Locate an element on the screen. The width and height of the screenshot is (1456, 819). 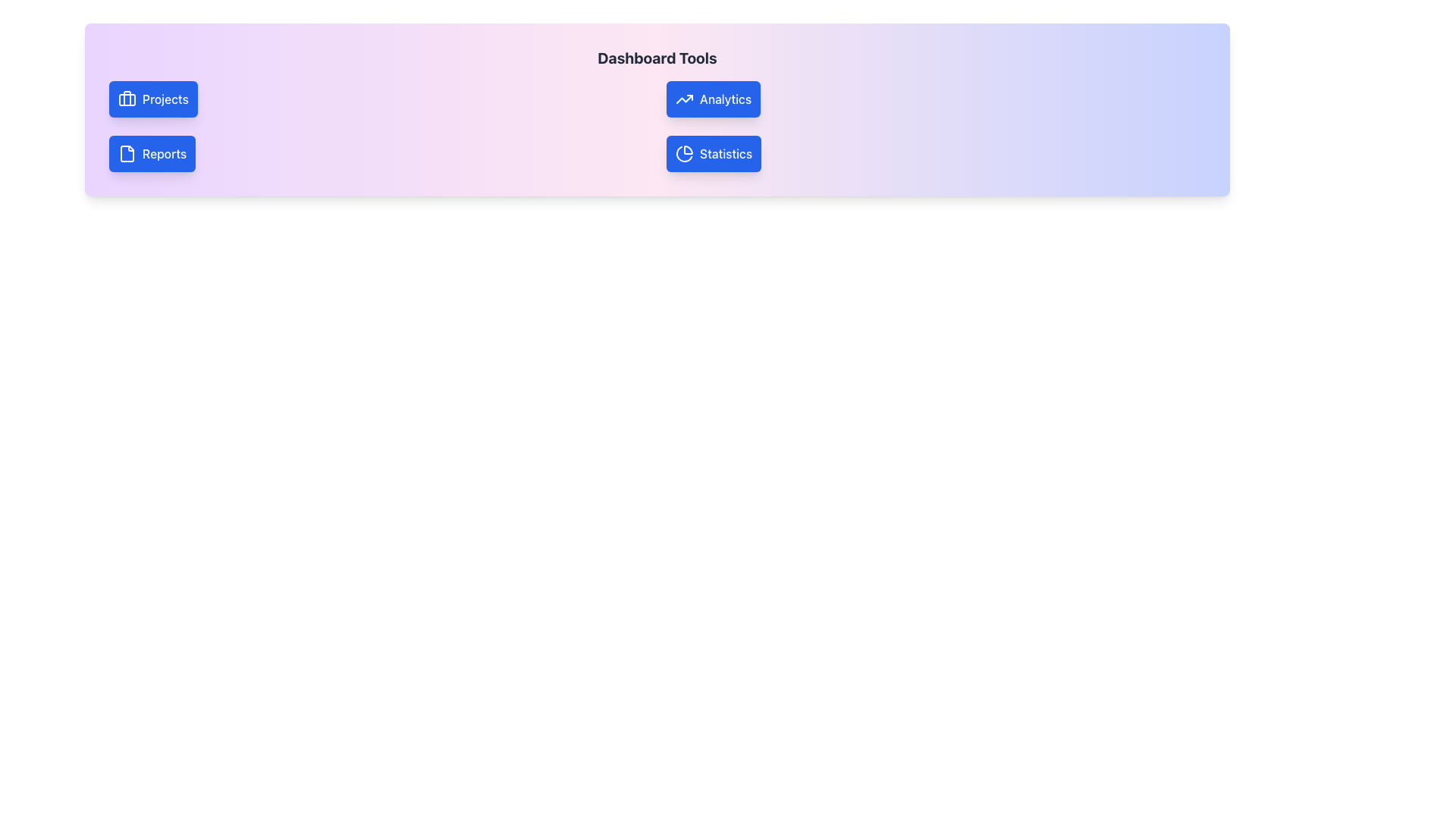
the button labeled 'Analytics' which contains the text 'Analytics' styled in white within a blue rounded button, located in the upper-right position among similar buttons in the 'Dashboard Tools' interface is located at coordinates (724, 99).